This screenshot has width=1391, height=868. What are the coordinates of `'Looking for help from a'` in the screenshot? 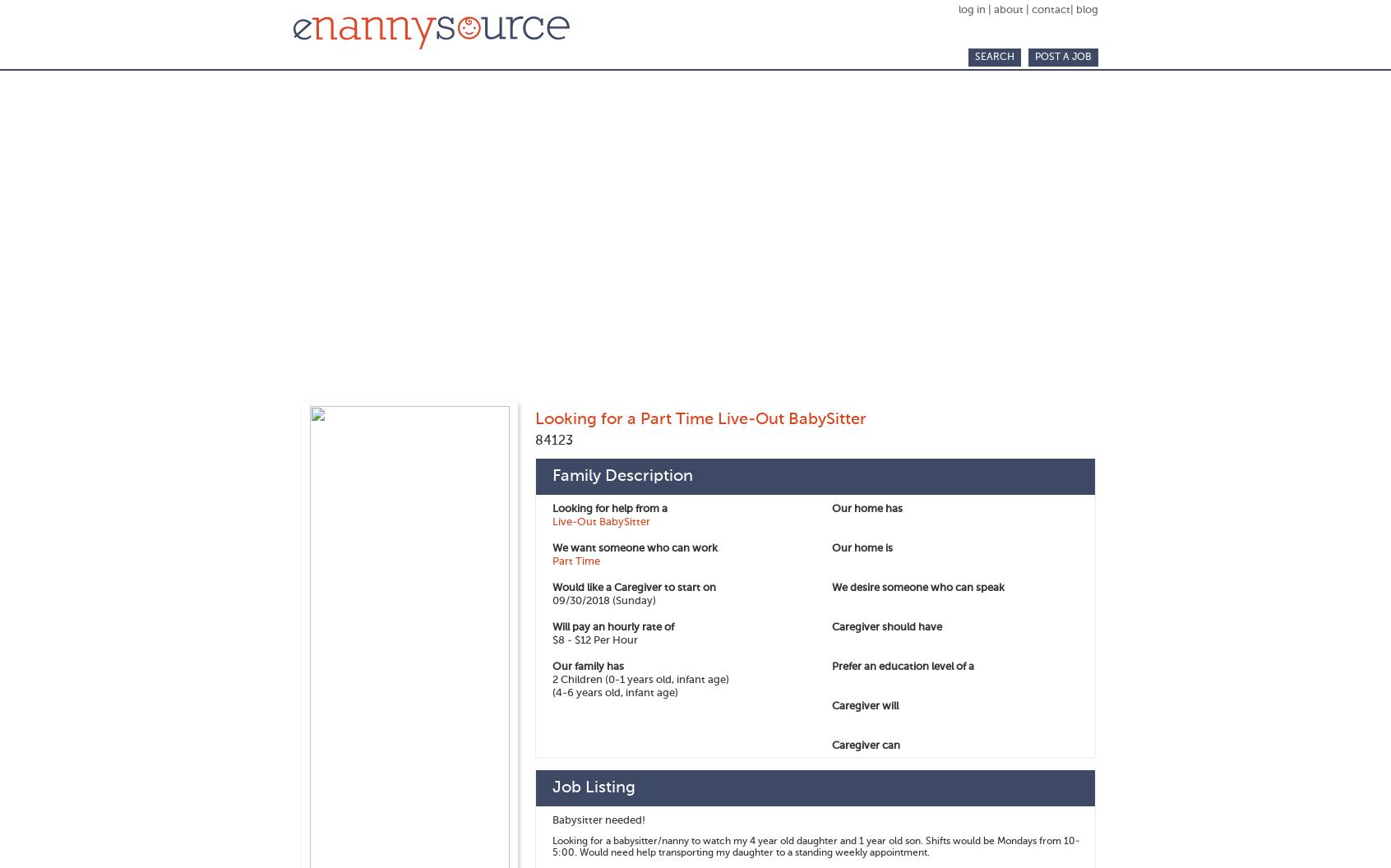 It's located at (608, 508).